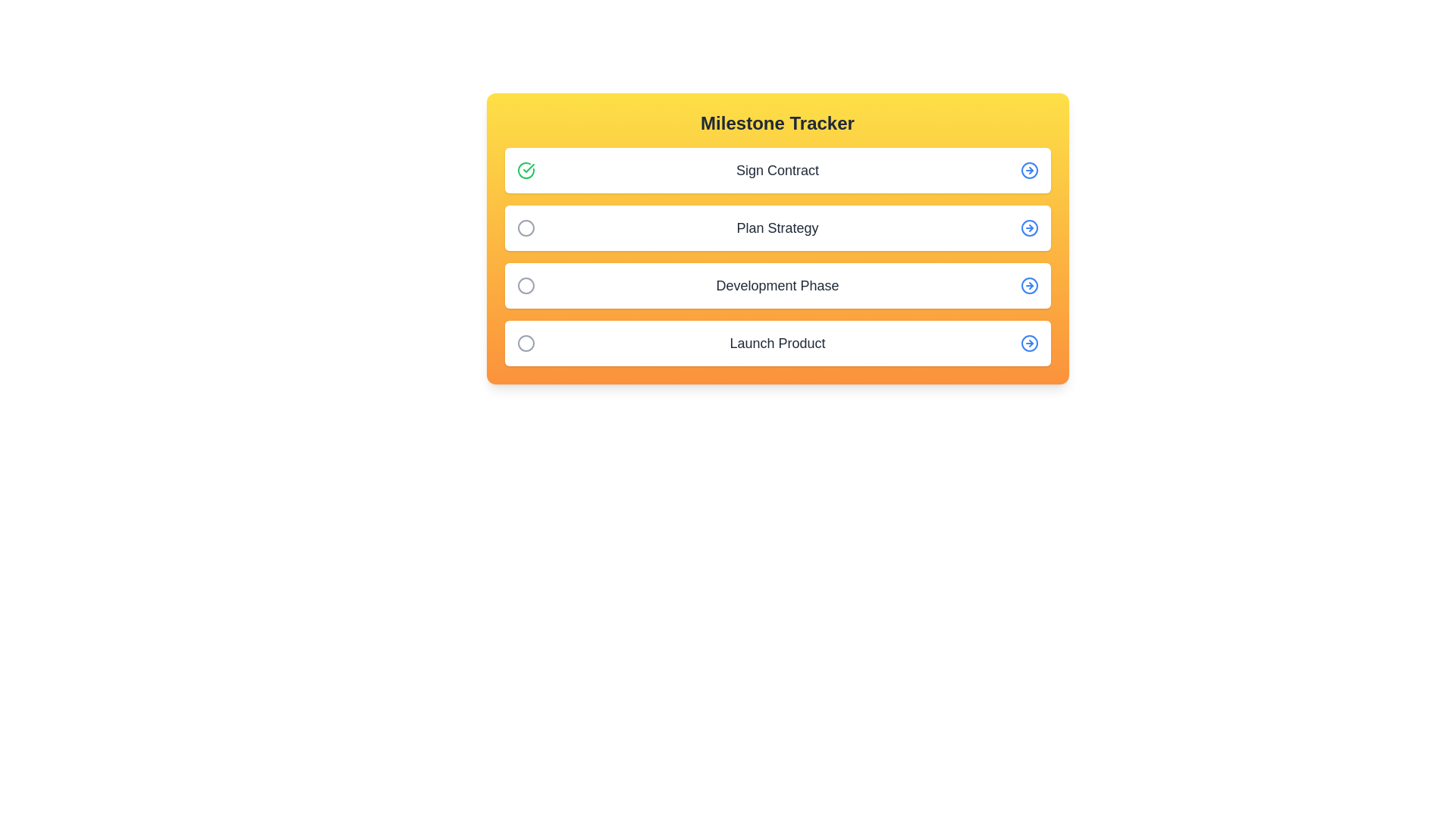 This screenshot has width=1456, height=819. I want to click on the 'Launch Product' step in the sequence, so click(777, 343).